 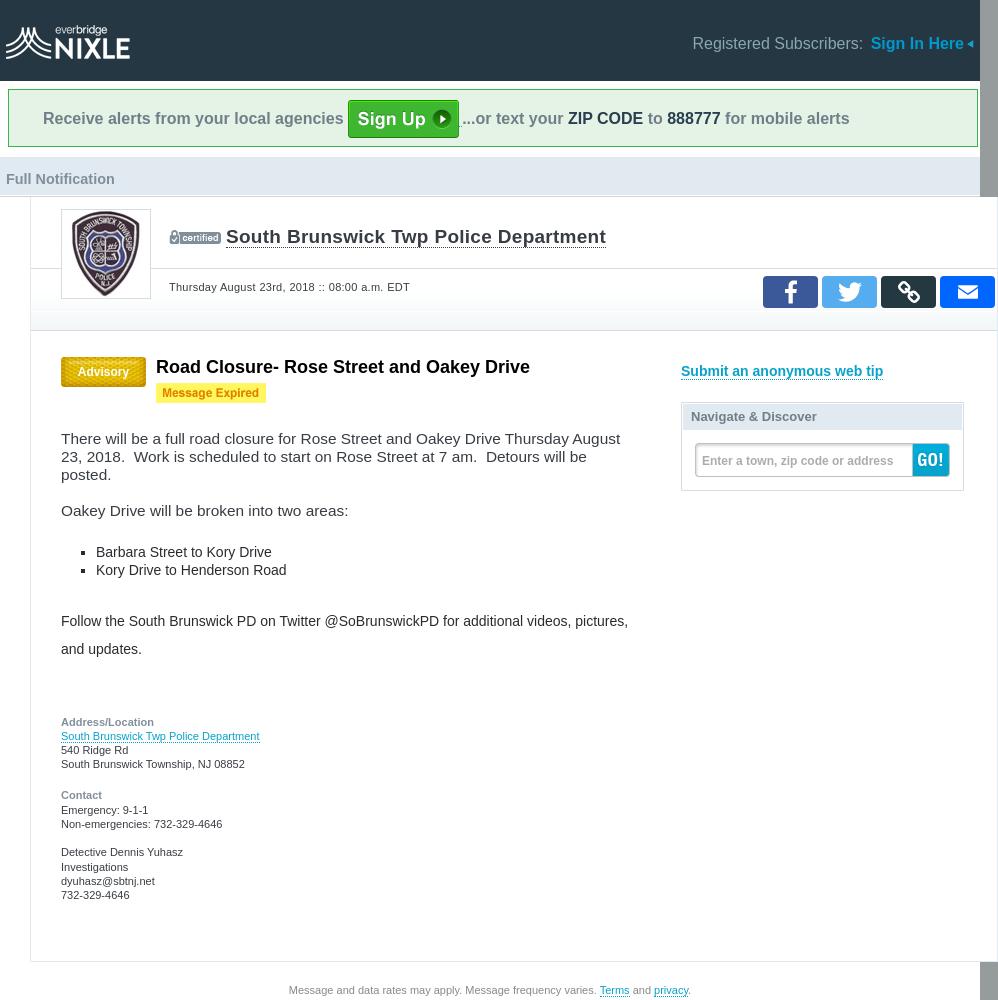 I want to click on 'Road Closure- Rose Street and Oakey Drive', so click(x=343, y=366).